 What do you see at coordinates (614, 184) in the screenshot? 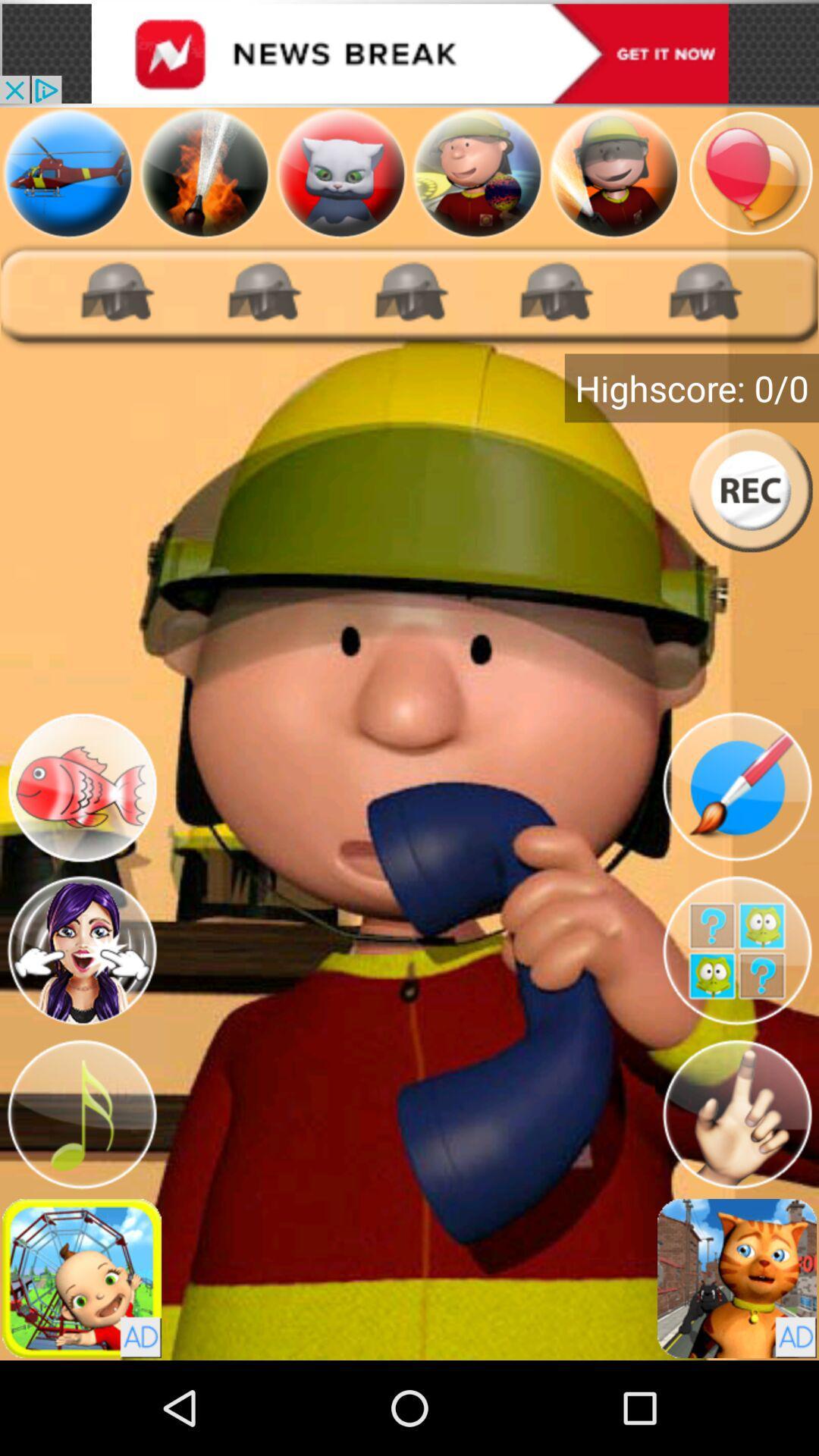
I see `the avatar icon` at bounding box center [614, 184].